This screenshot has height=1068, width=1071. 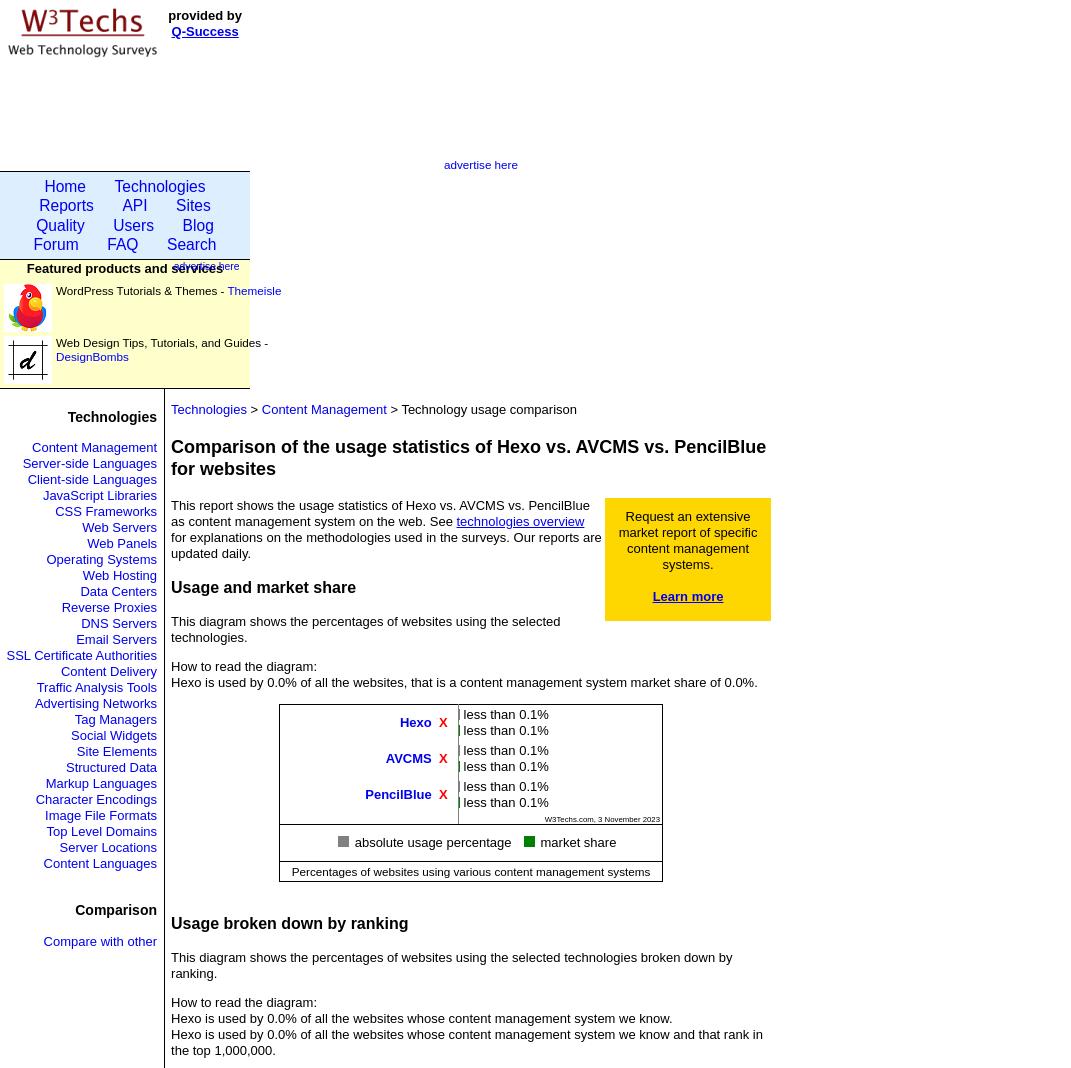 What do you see at coordinates (174, 205) in the screenshot?
I see `'Sites'` at bounding box center [174, 205].